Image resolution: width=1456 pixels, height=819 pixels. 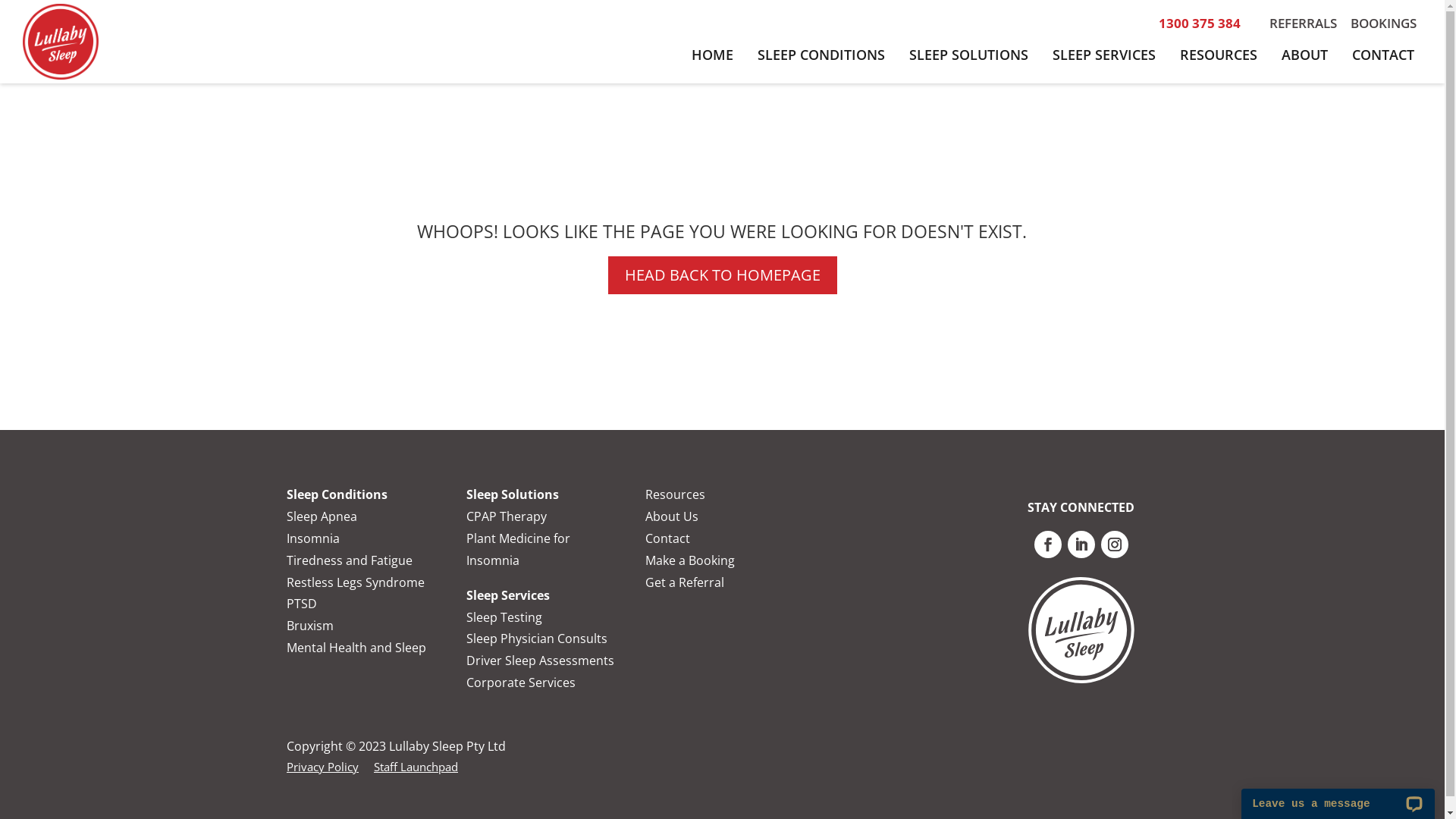 I want to click on 'PTSD', so click(x=302, y=602).